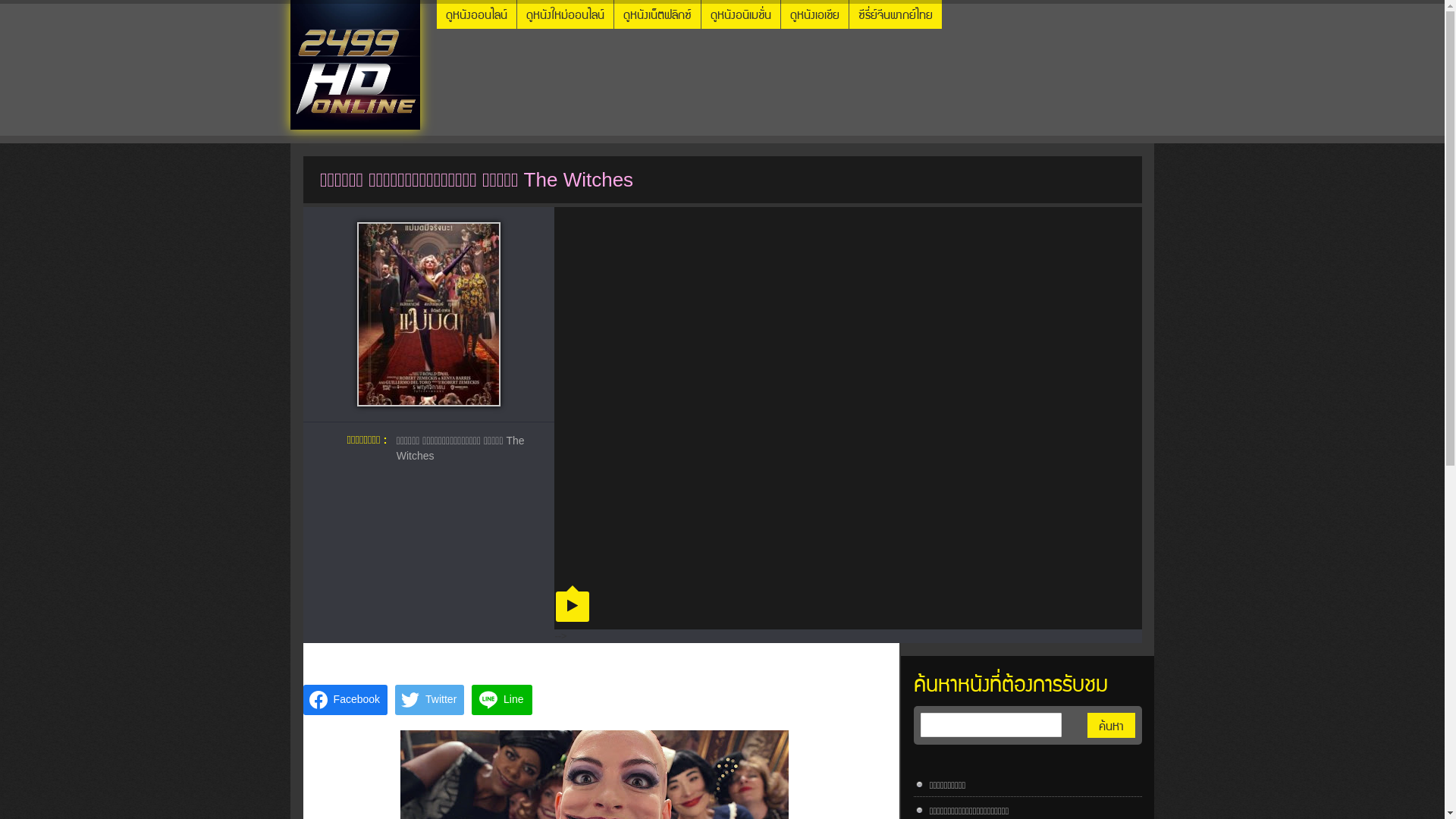  Describe the element at coordinates (502, 699) in the screenshot. I see `'Line'` at that location.